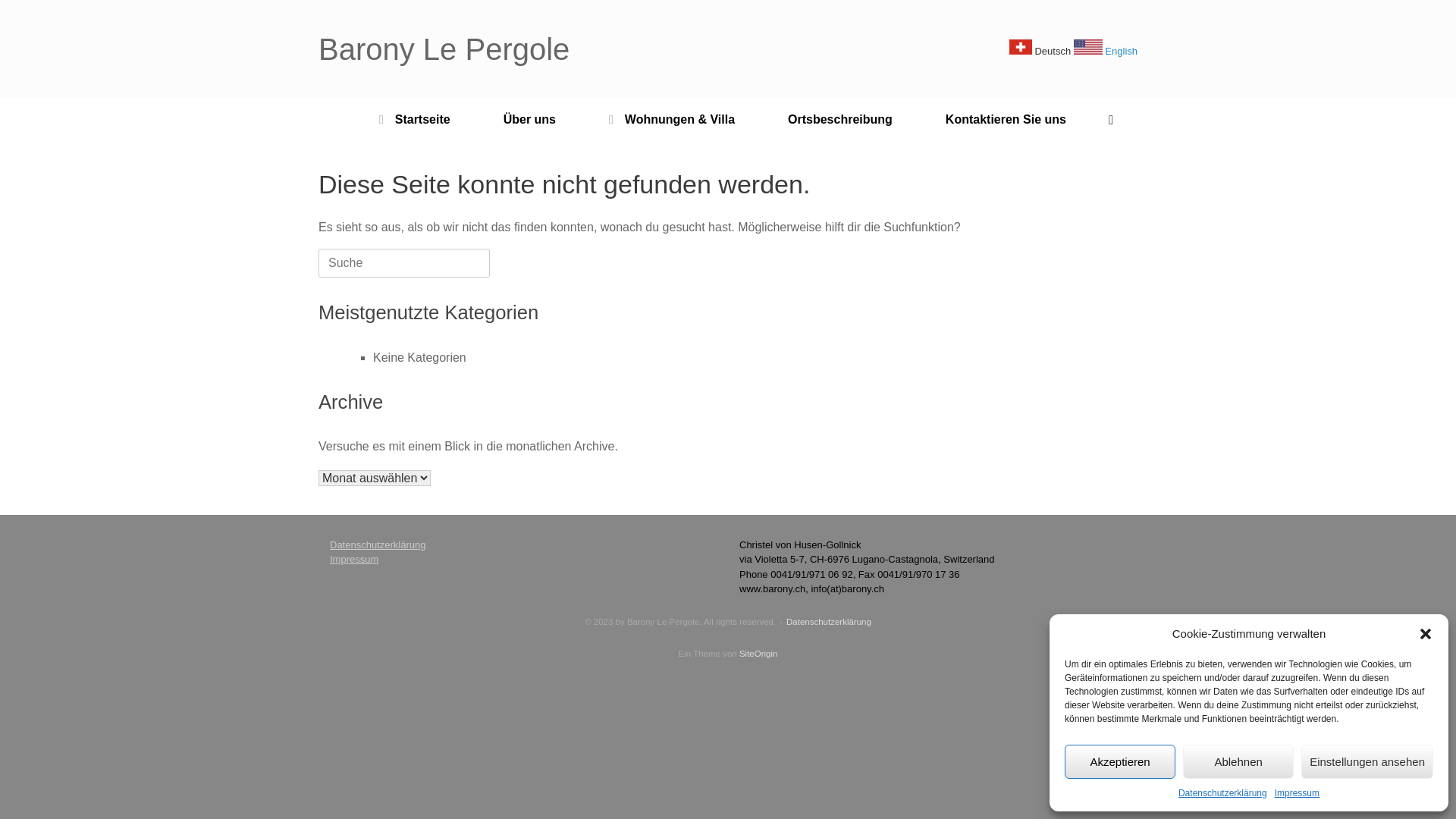 This screenshot has height=819, width=1456. What do you see at coordinates (1238, 761) in the screenshot?
I see `'Ablehnen'` at bounding box center [1238, 761].